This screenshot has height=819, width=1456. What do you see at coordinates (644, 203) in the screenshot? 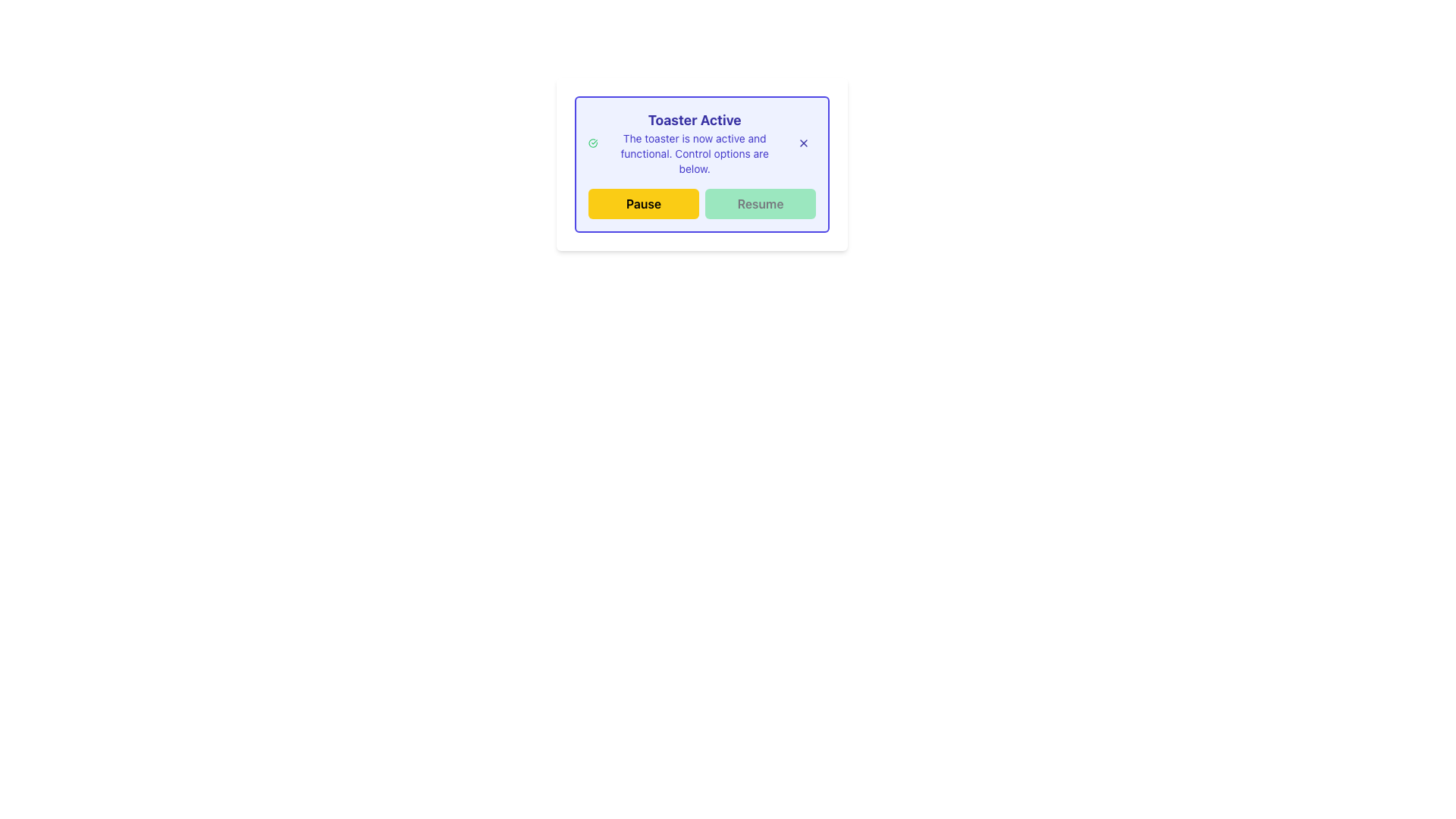
I see `the 'Pause' button, which is a rectangular button with a bold yellow background and black text, located below the message about the toaster's functionality` at bounding box center [644, 203].